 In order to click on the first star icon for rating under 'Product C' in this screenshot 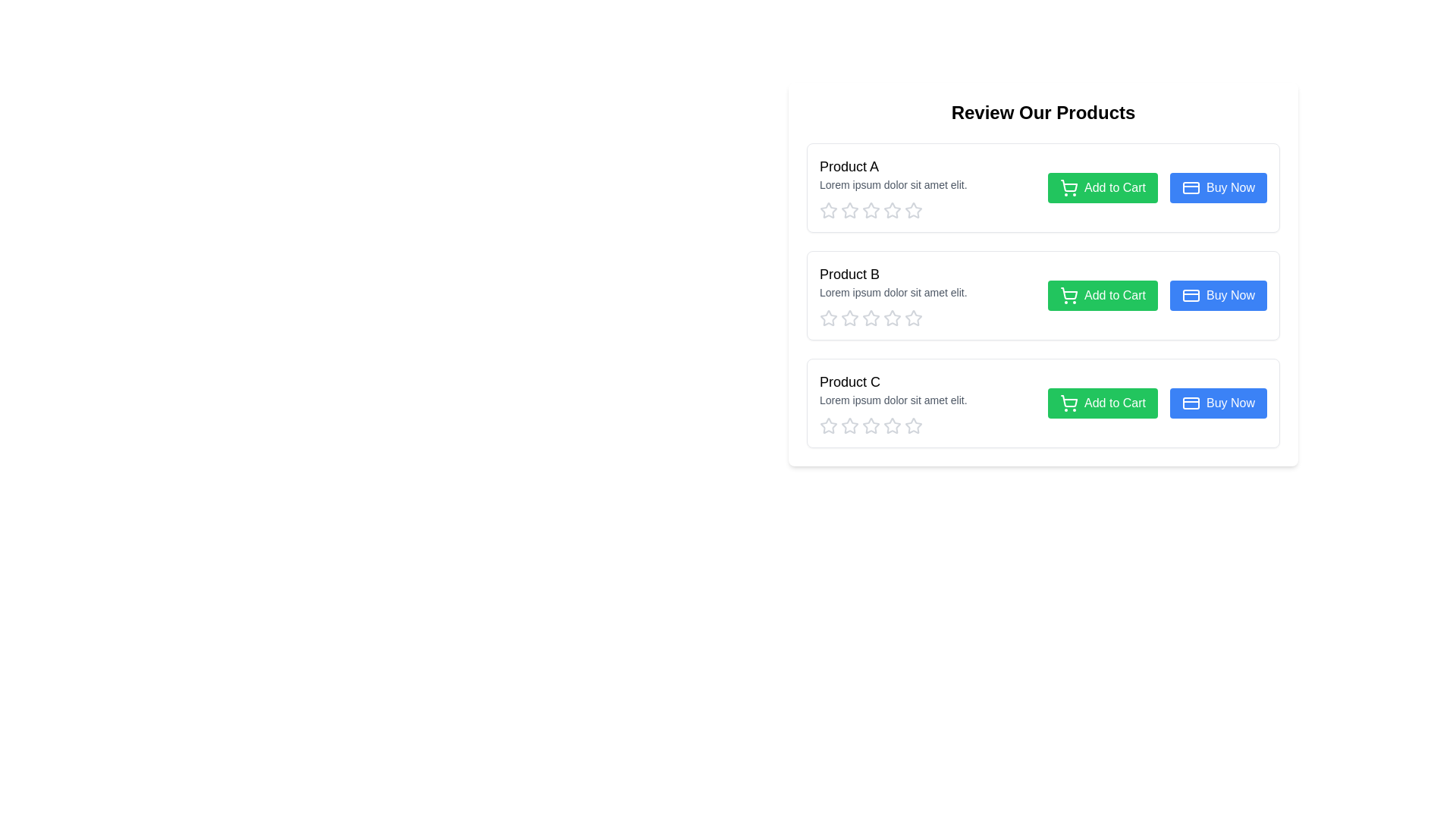, I will do `click(871, 425)`.